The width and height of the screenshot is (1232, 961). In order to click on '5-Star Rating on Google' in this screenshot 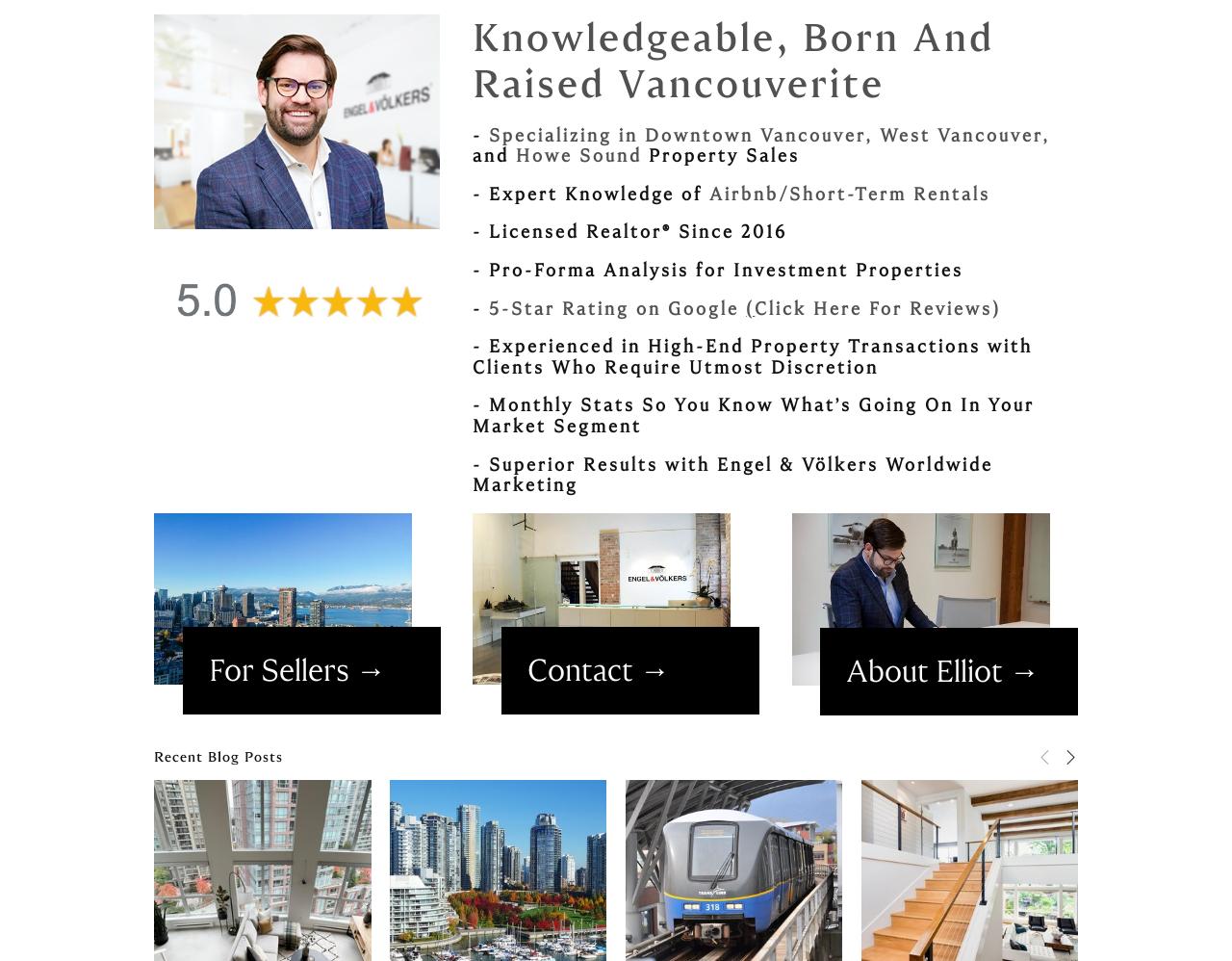, I will do `click(617, 307)`.